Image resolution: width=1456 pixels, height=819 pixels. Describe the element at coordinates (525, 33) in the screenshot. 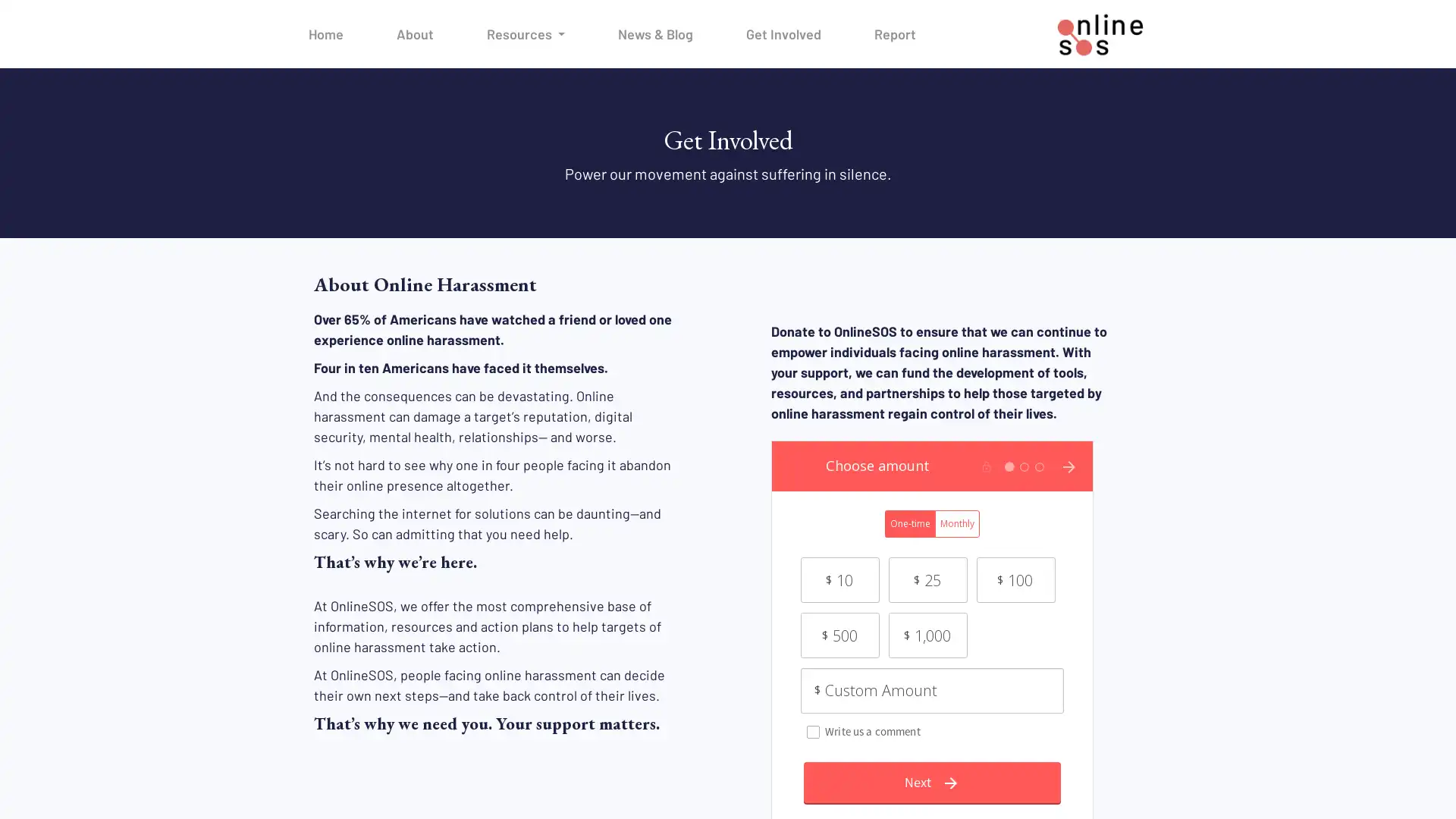

I see `Resources` at that location.